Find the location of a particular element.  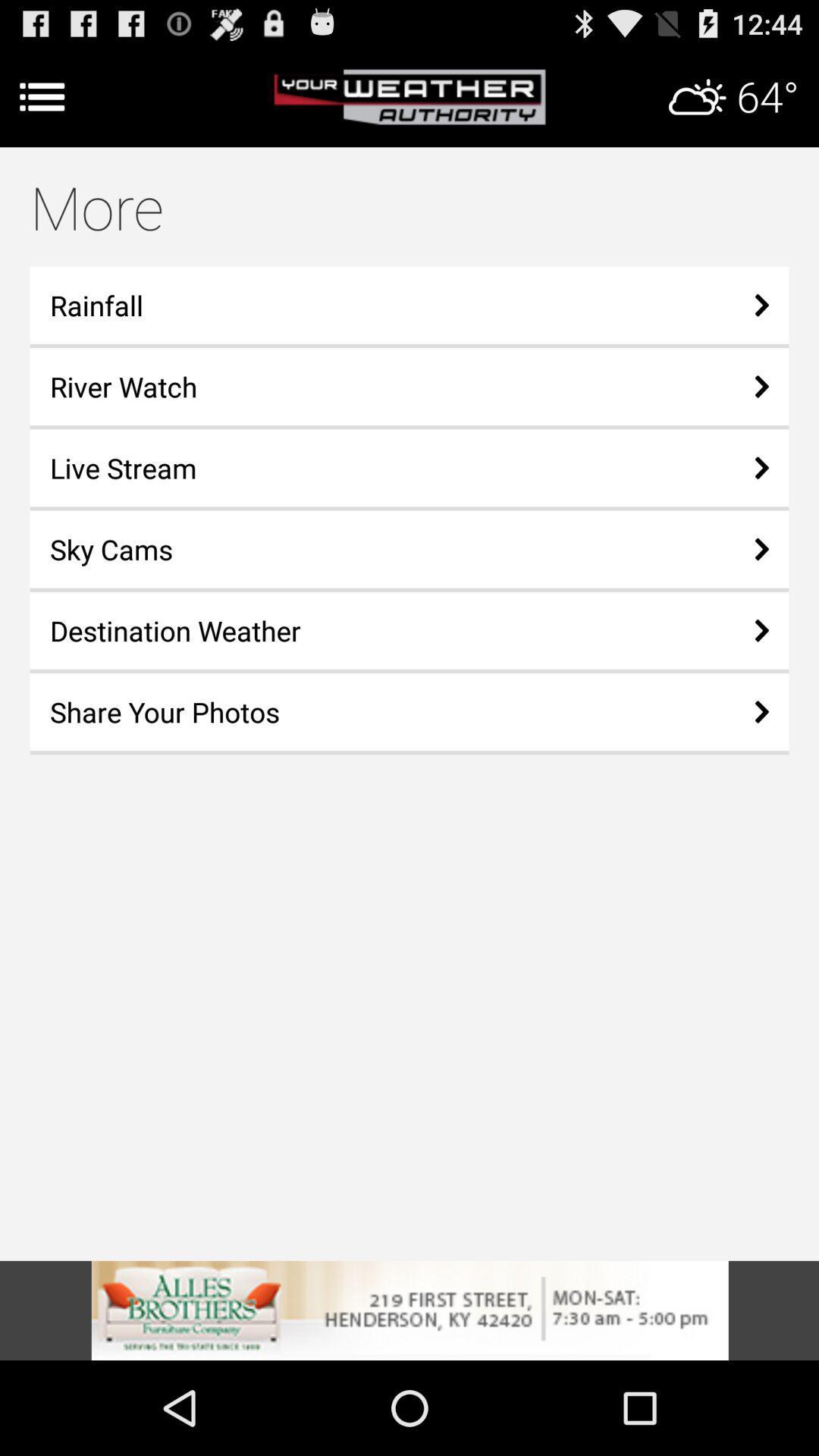

learn more about this advertisement is located at coordinates (409, 1310).